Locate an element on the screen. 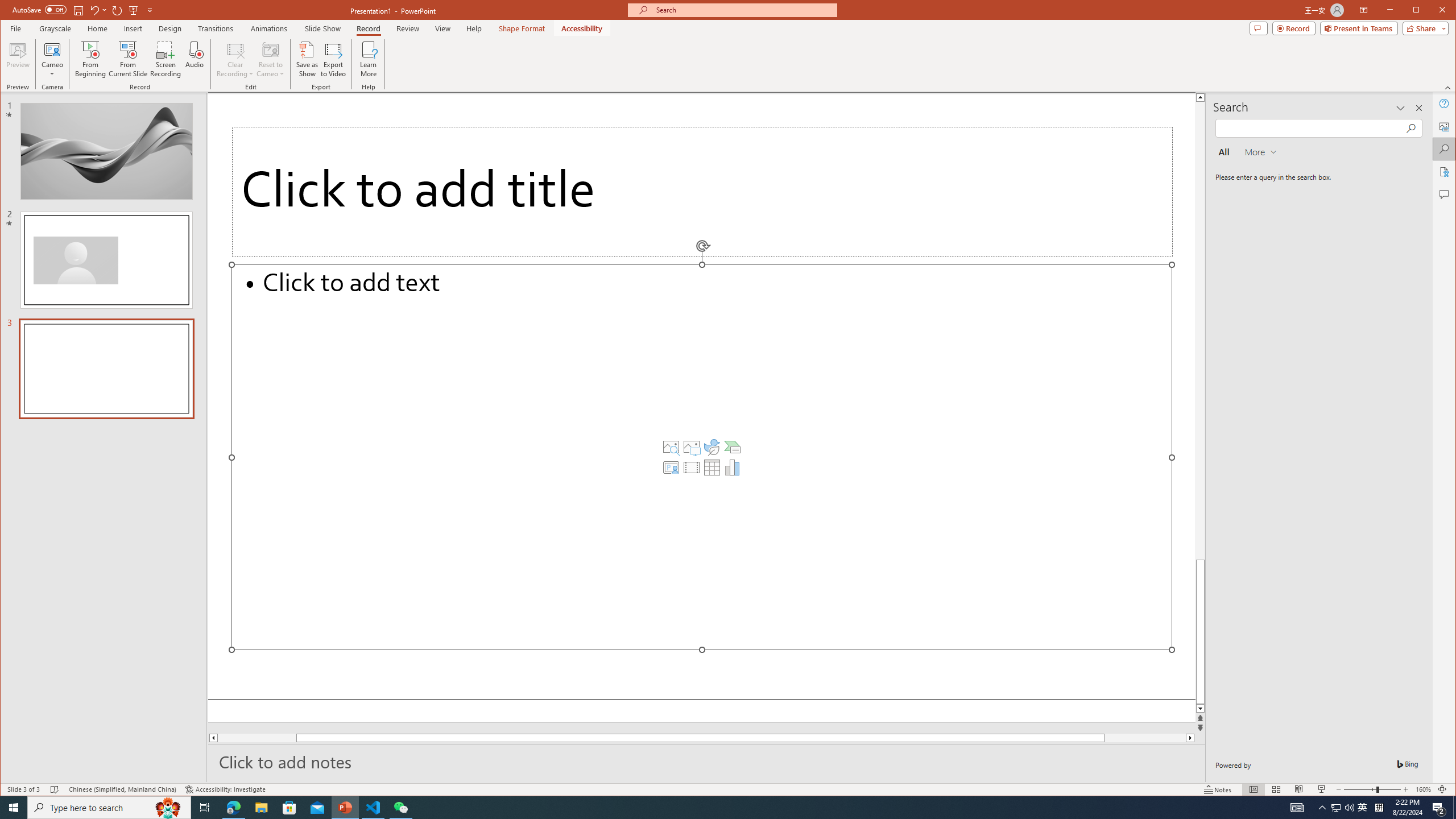 The height and width of the screenshot is (819, 1456). 'Insert a SmartArt Graphic' is located at coordinates (732, 446).